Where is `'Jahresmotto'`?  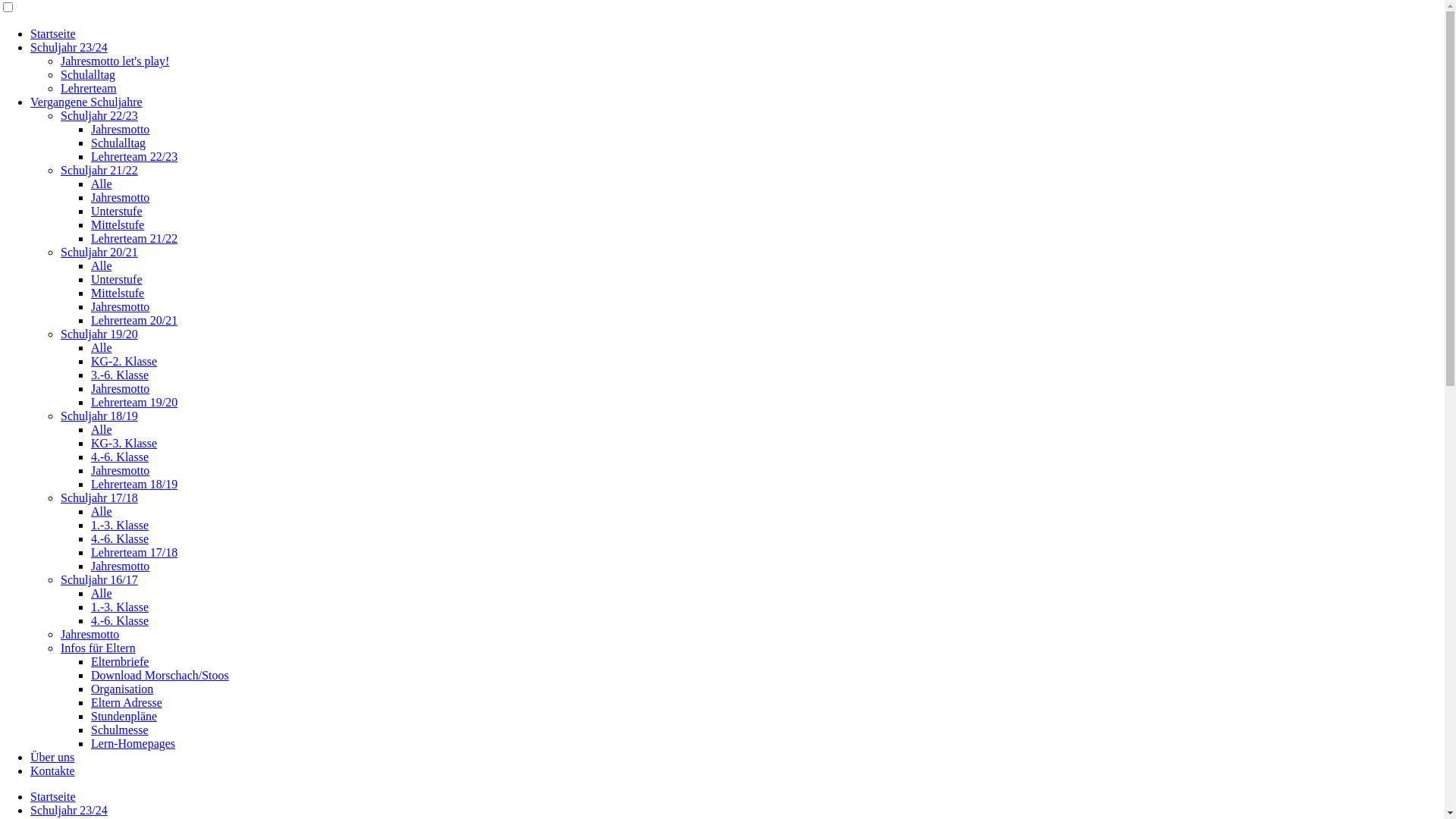 'Jahresmotto' is located at coordinates (89, 634).